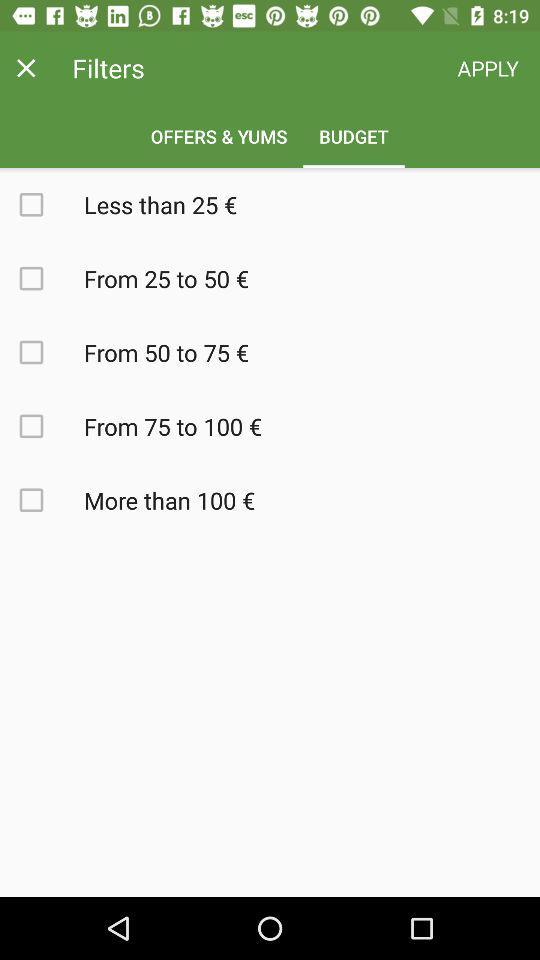  Describe the element at coordinates (42, 426) in the screenshot. I see `these can be converted into a 10 discount on your next mea` at that location.